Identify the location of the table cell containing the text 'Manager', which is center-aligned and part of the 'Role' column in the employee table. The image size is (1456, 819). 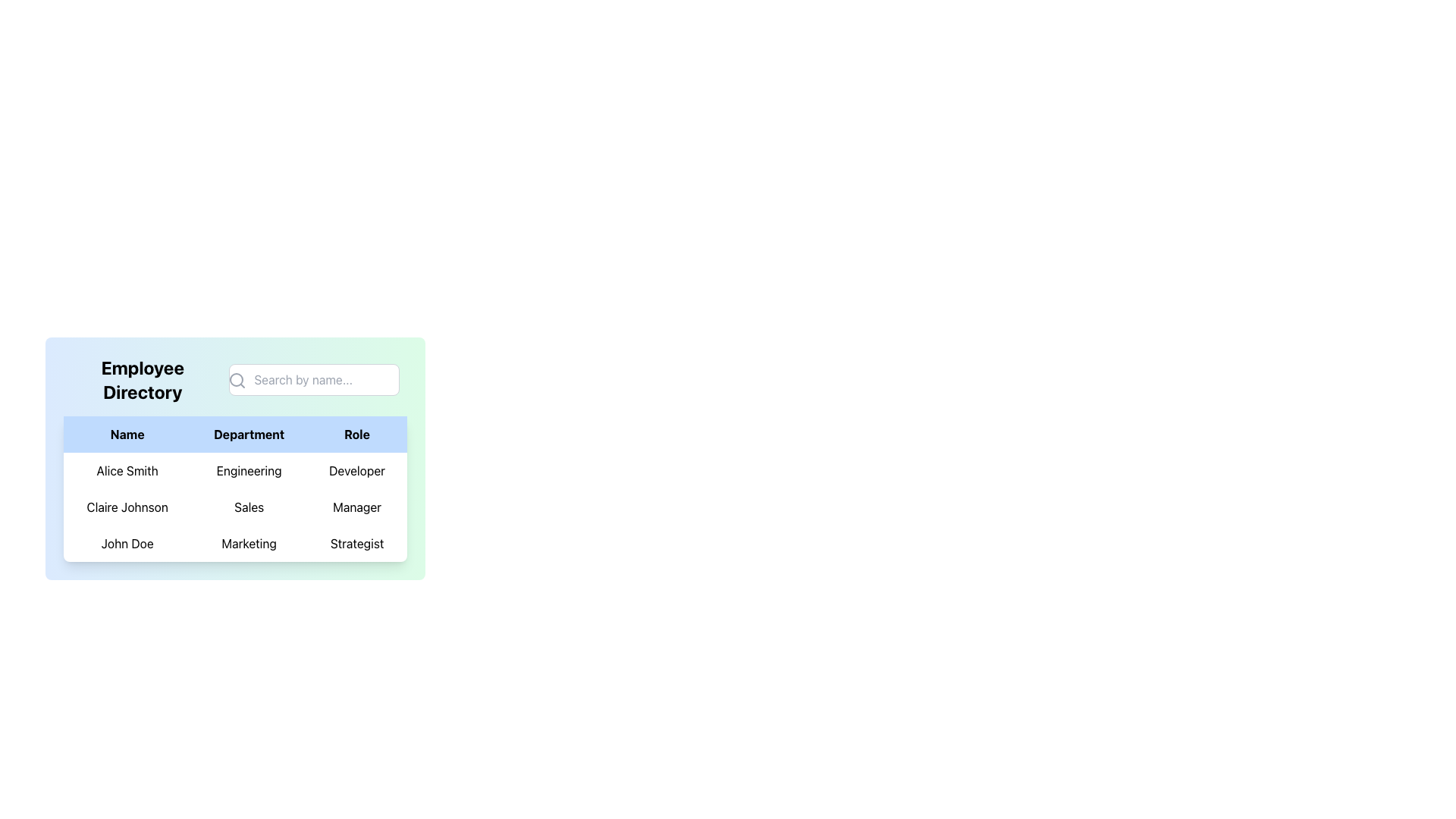
(356, 507).